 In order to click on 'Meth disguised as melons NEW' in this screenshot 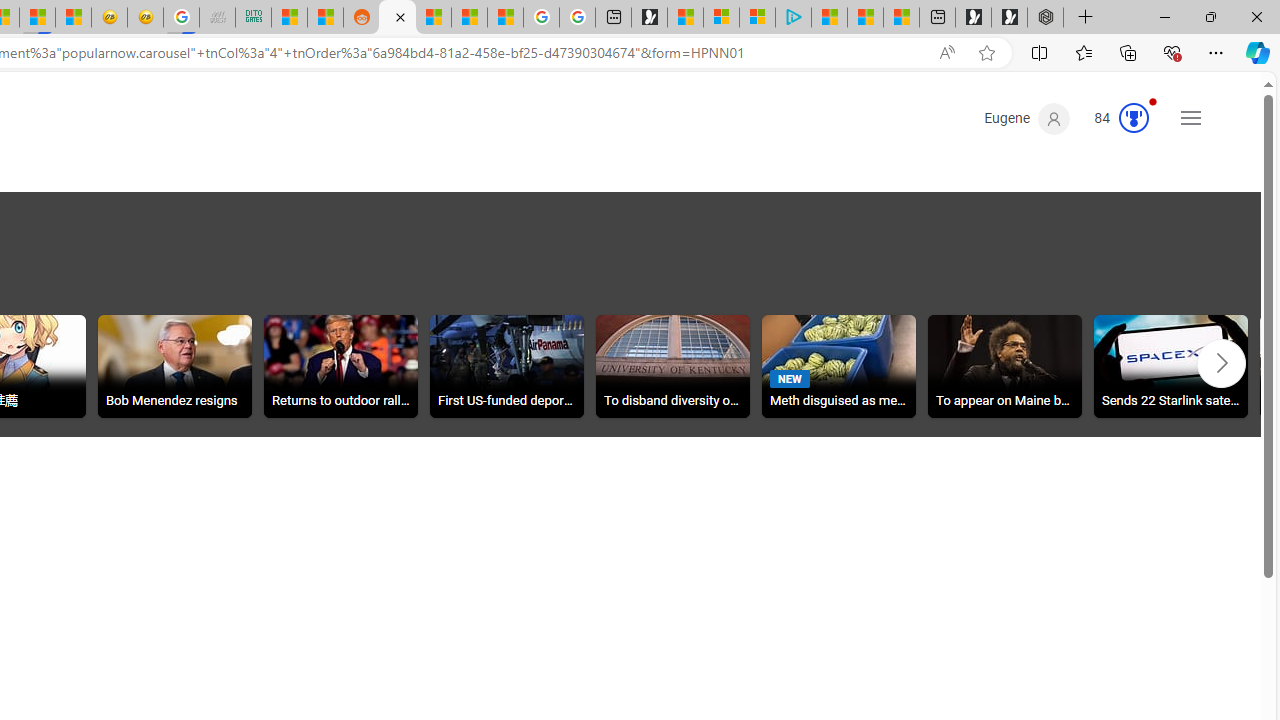, I will do `click(839, 366)`.